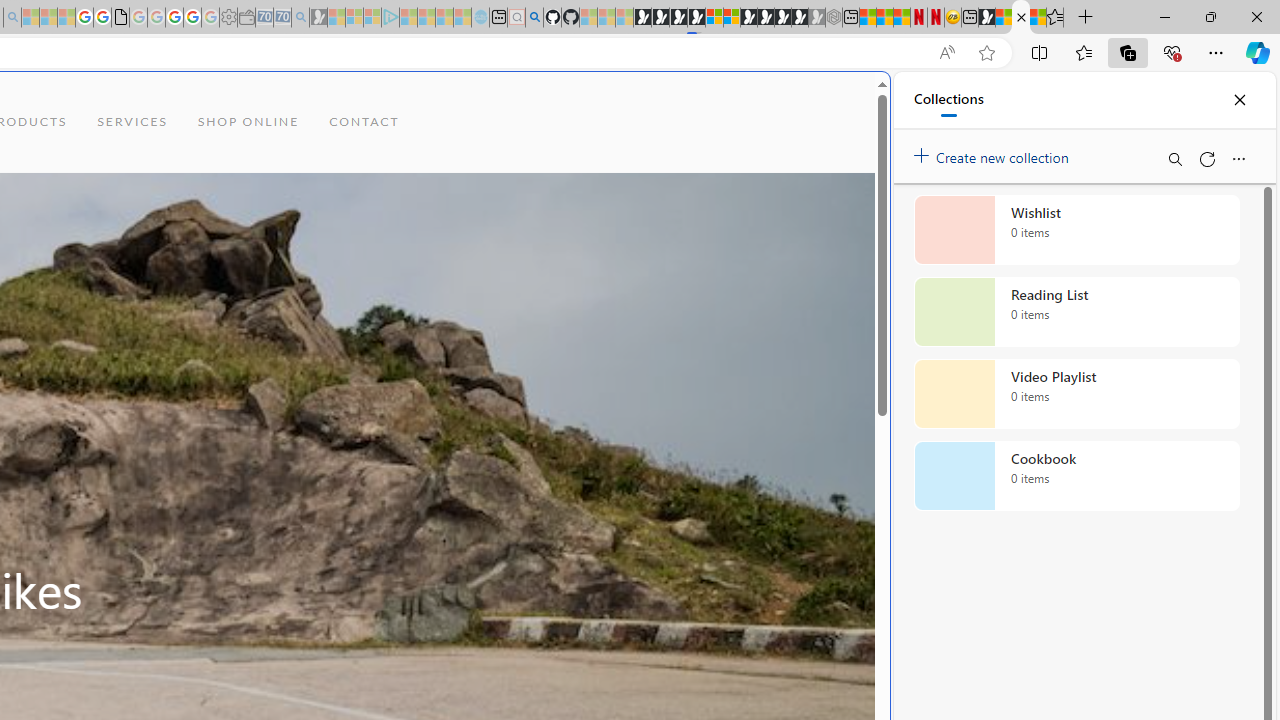 The image size is (1280, 720). Describe the element at coordinates (1076, 475) in the screenshot. I see `'Cookbook collection, 0 items'` at that location.